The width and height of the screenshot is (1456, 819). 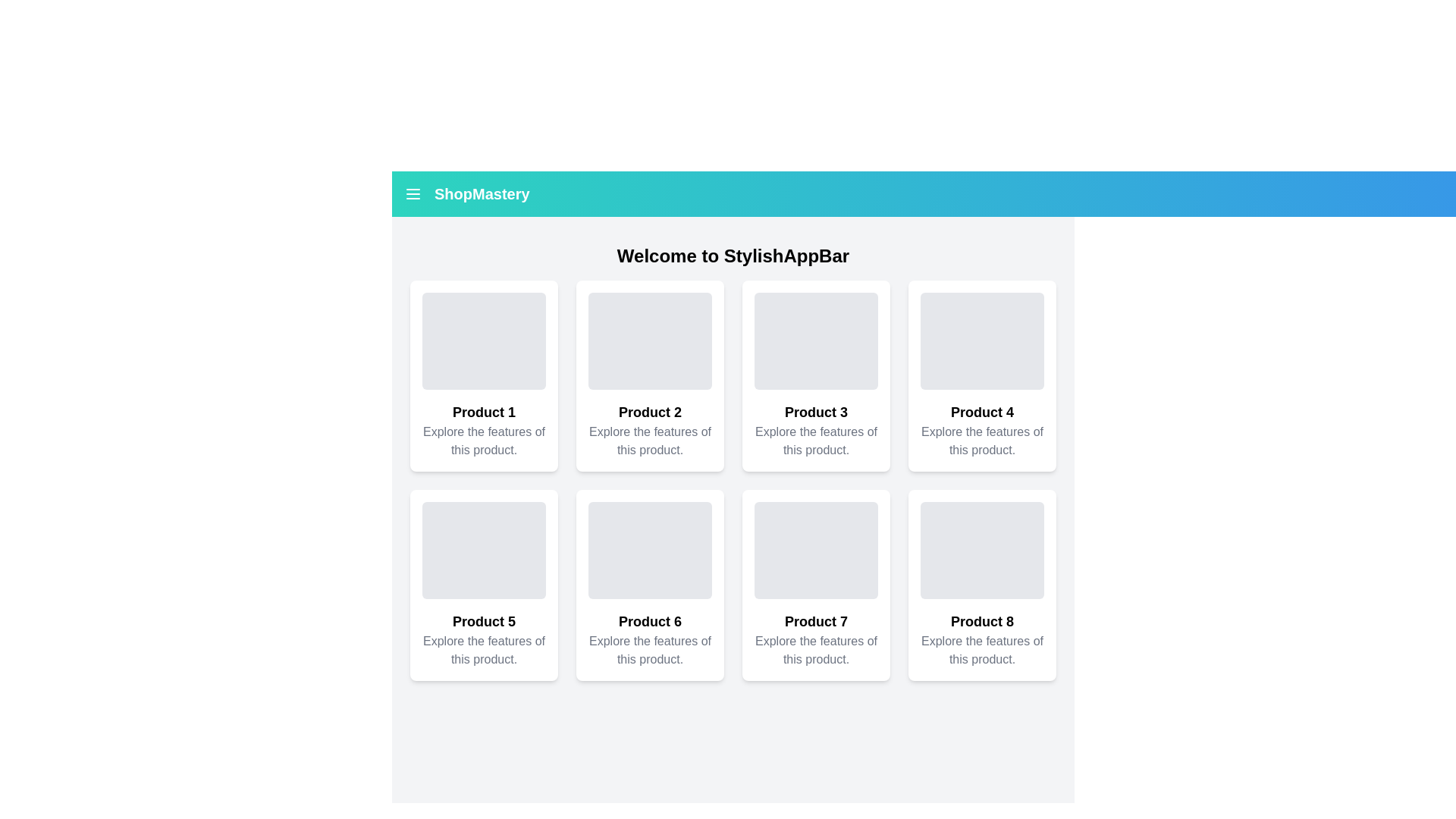 I want to click on the 'Product 2' text label, which is styled in bold and slightly larger font size, located within the second card in the first row of a grid layout, so click(x=650, y=412).